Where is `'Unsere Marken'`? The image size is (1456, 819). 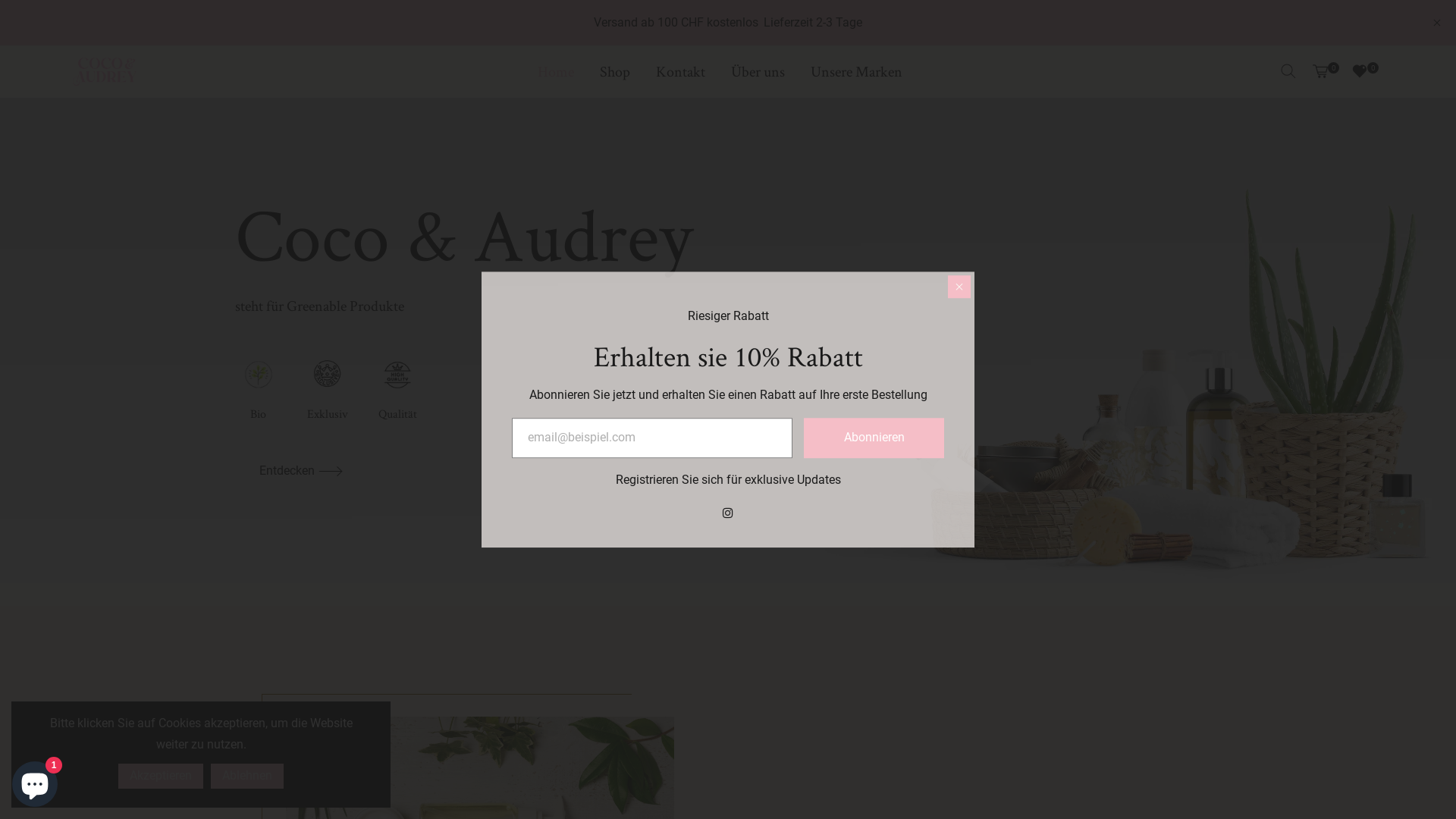 'Unsere Marken' is located at coordinates (799, 71).